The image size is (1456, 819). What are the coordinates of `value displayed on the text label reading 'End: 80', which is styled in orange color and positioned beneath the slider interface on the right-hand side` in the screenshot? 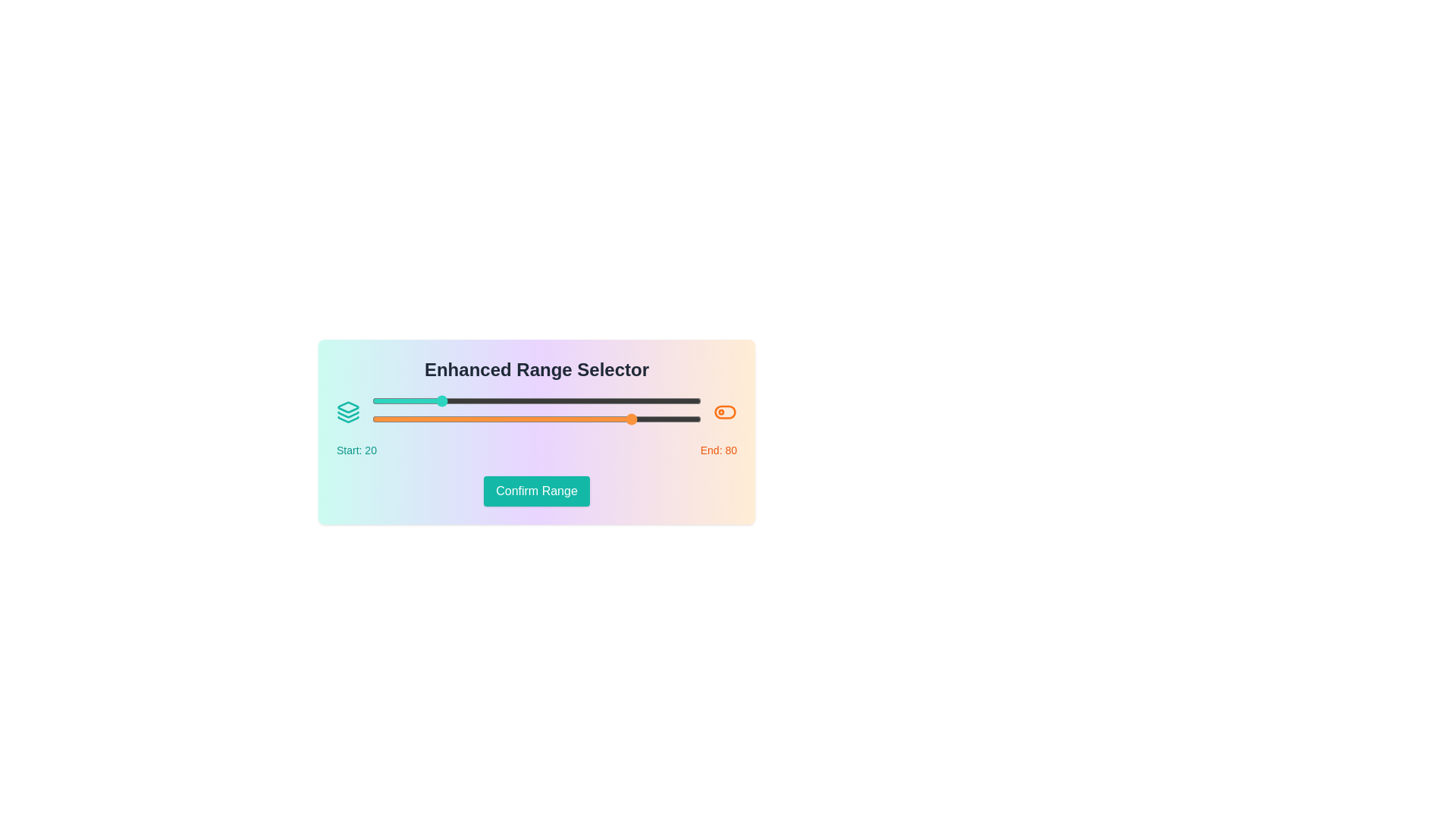 It's located at (717, 450).